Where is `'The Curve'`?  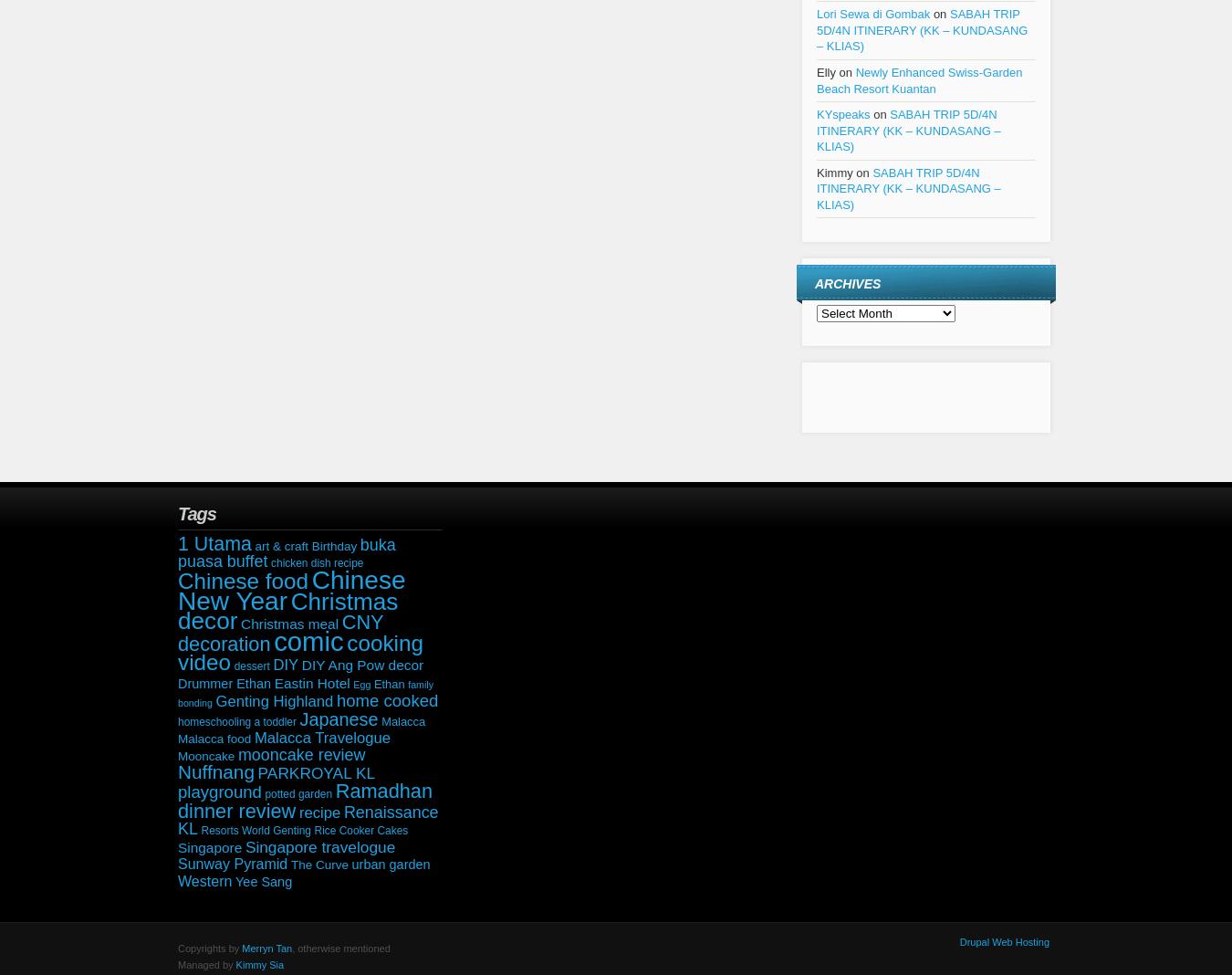
'The Curve' is located at coordinates (318, 865).